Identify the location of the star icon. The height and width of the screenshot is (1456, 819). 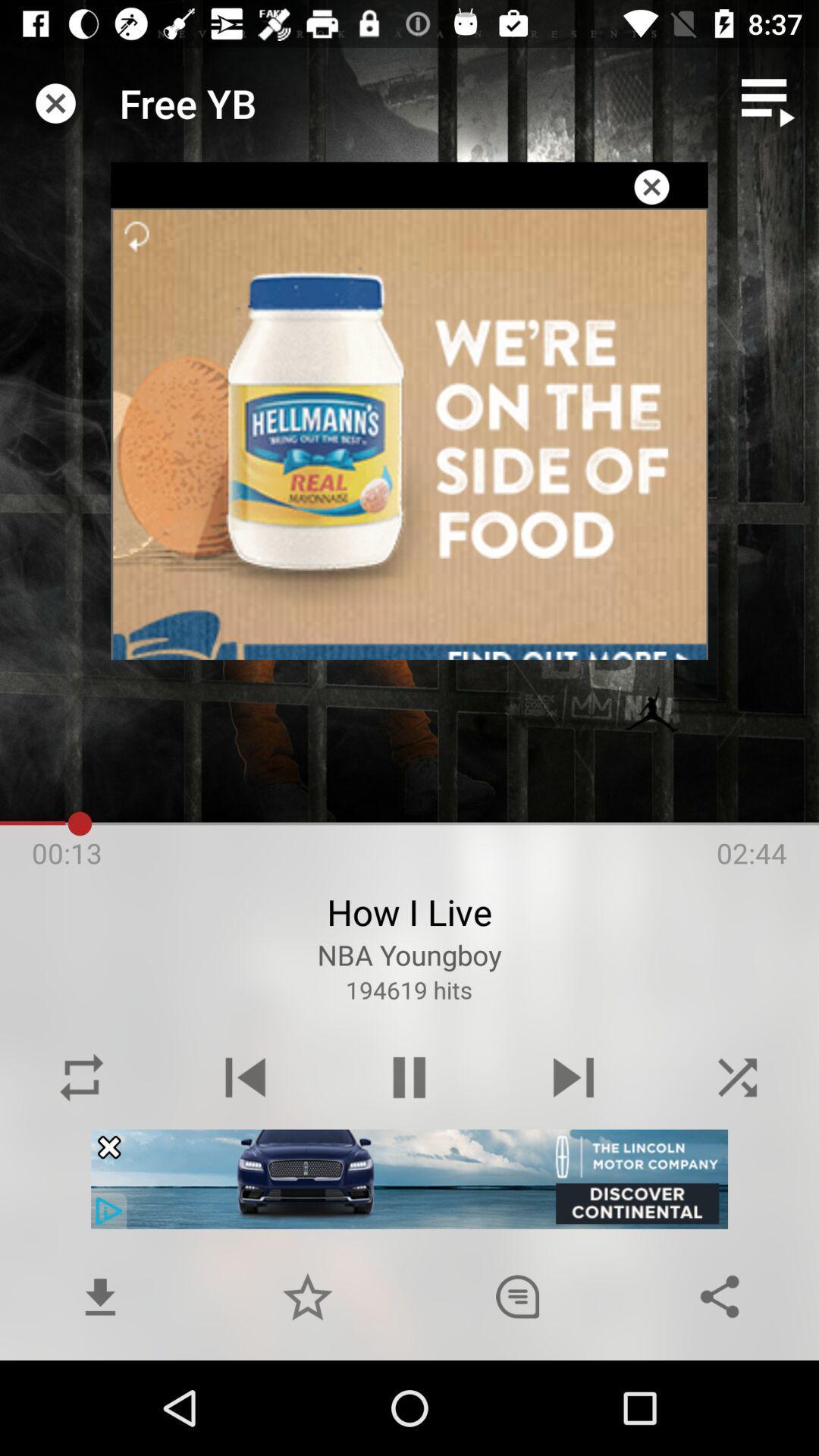
(307, 1295).